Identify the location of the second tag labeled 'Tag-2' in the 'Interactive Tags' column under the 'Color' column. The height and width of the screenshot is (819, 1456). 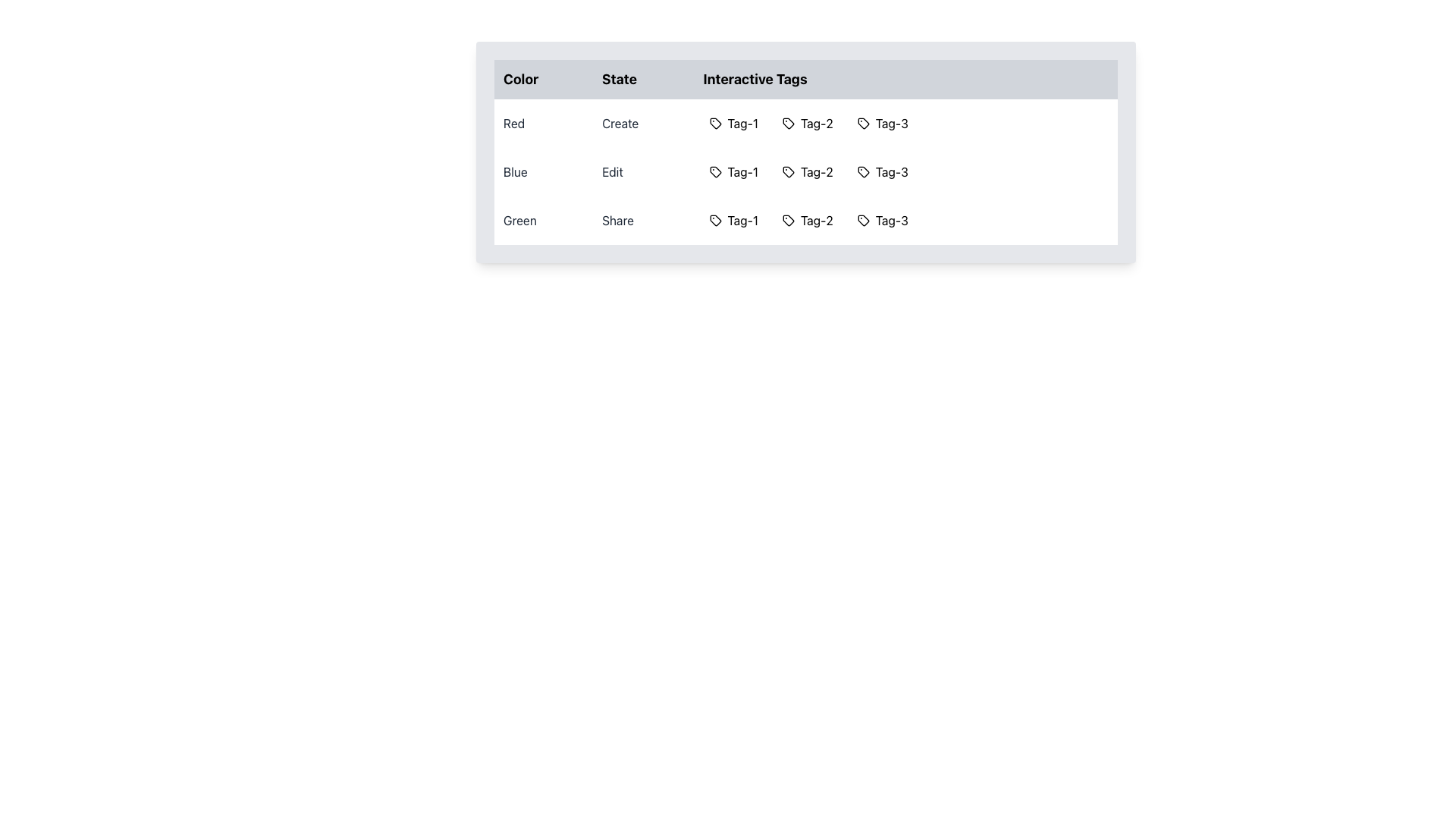
(789, 171).